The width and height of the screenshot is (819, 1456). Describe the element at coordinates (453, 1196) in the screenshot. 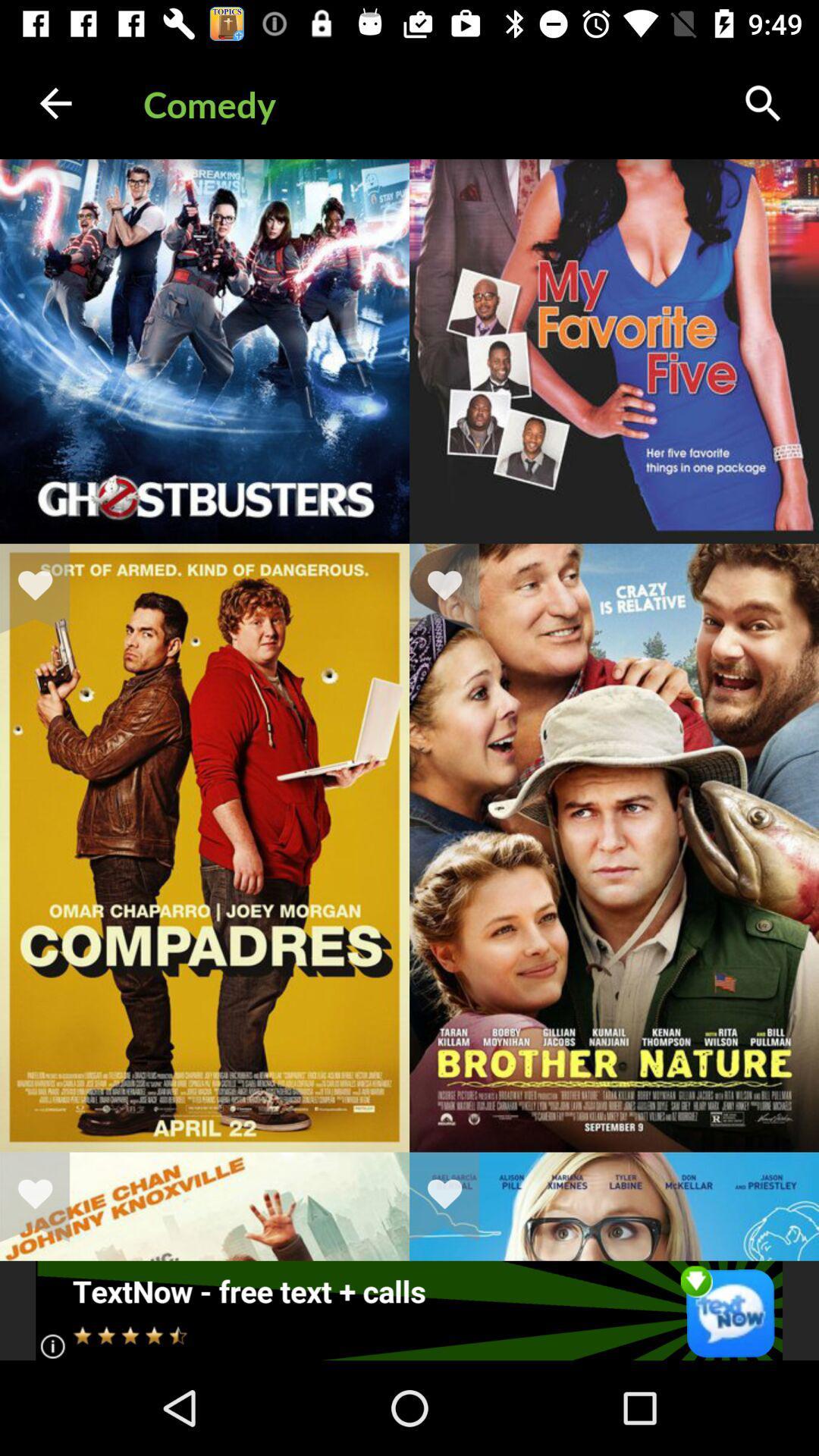

I see `like a movie` at that location.